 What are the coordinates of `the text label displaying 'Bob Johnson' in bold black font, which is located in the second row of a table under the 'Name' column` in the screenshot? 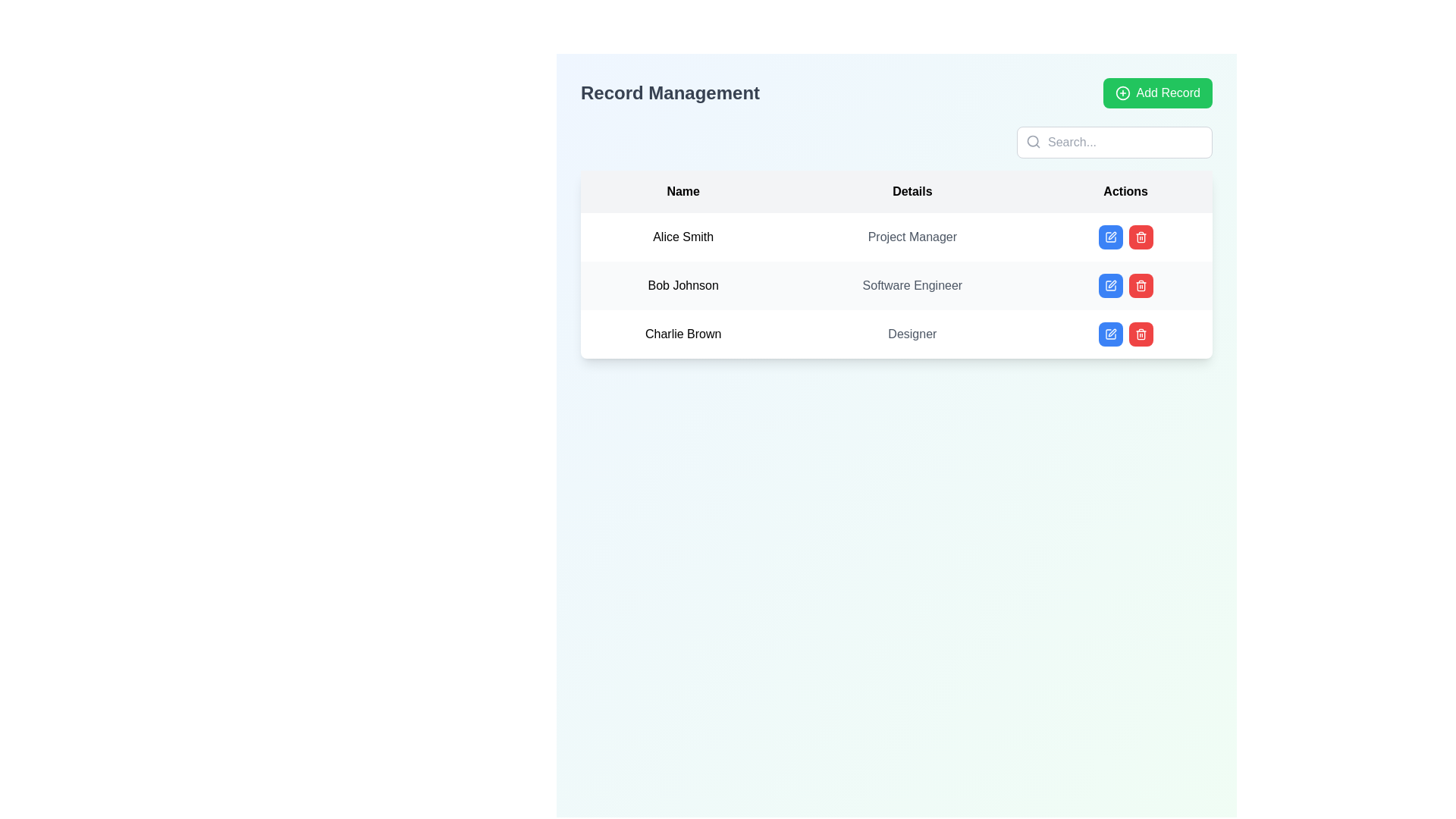 It's located at (682, 286).